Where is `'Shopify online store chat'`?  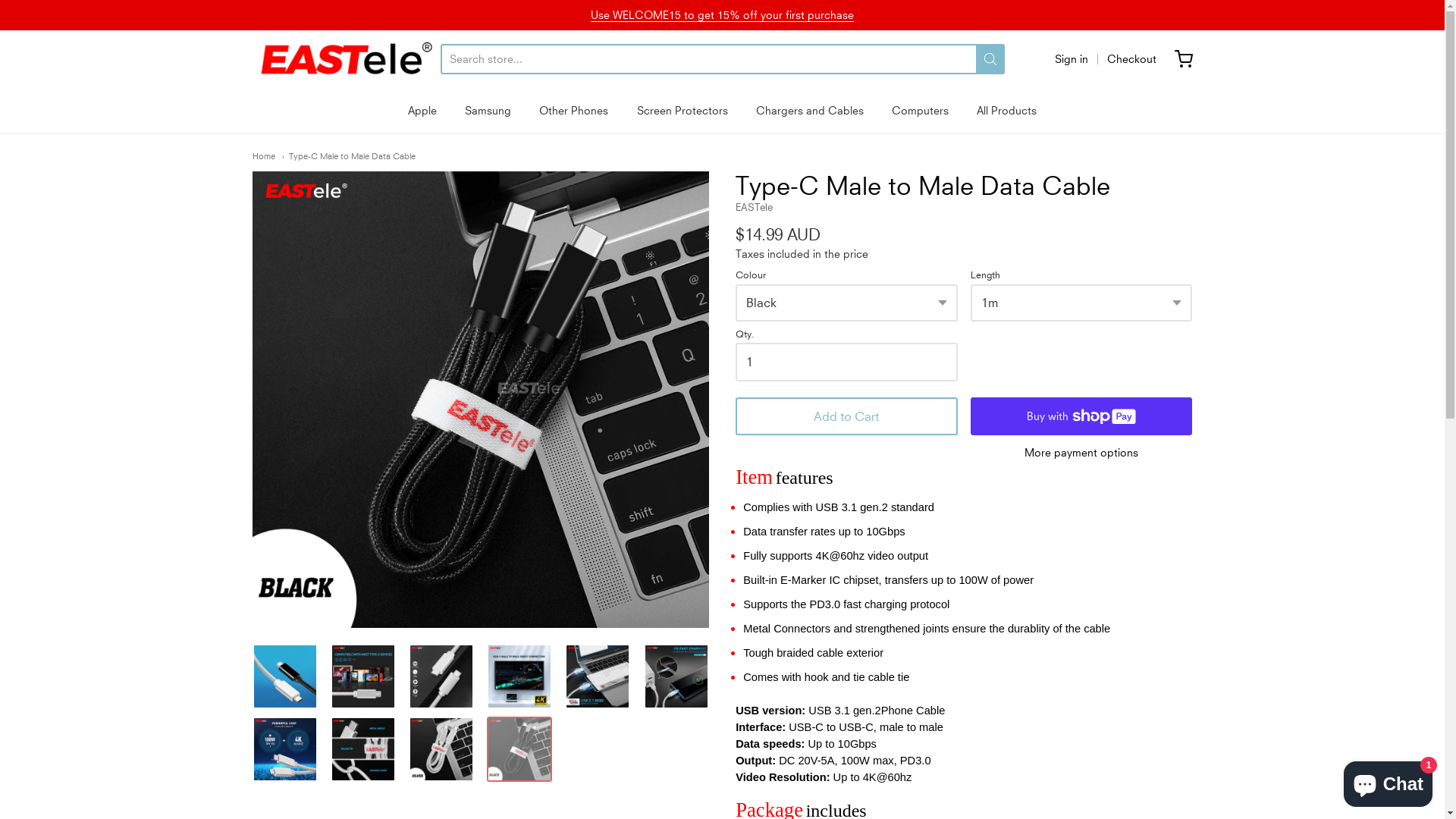
'Shopify online store chat' is located at coordinates (1388, 780).